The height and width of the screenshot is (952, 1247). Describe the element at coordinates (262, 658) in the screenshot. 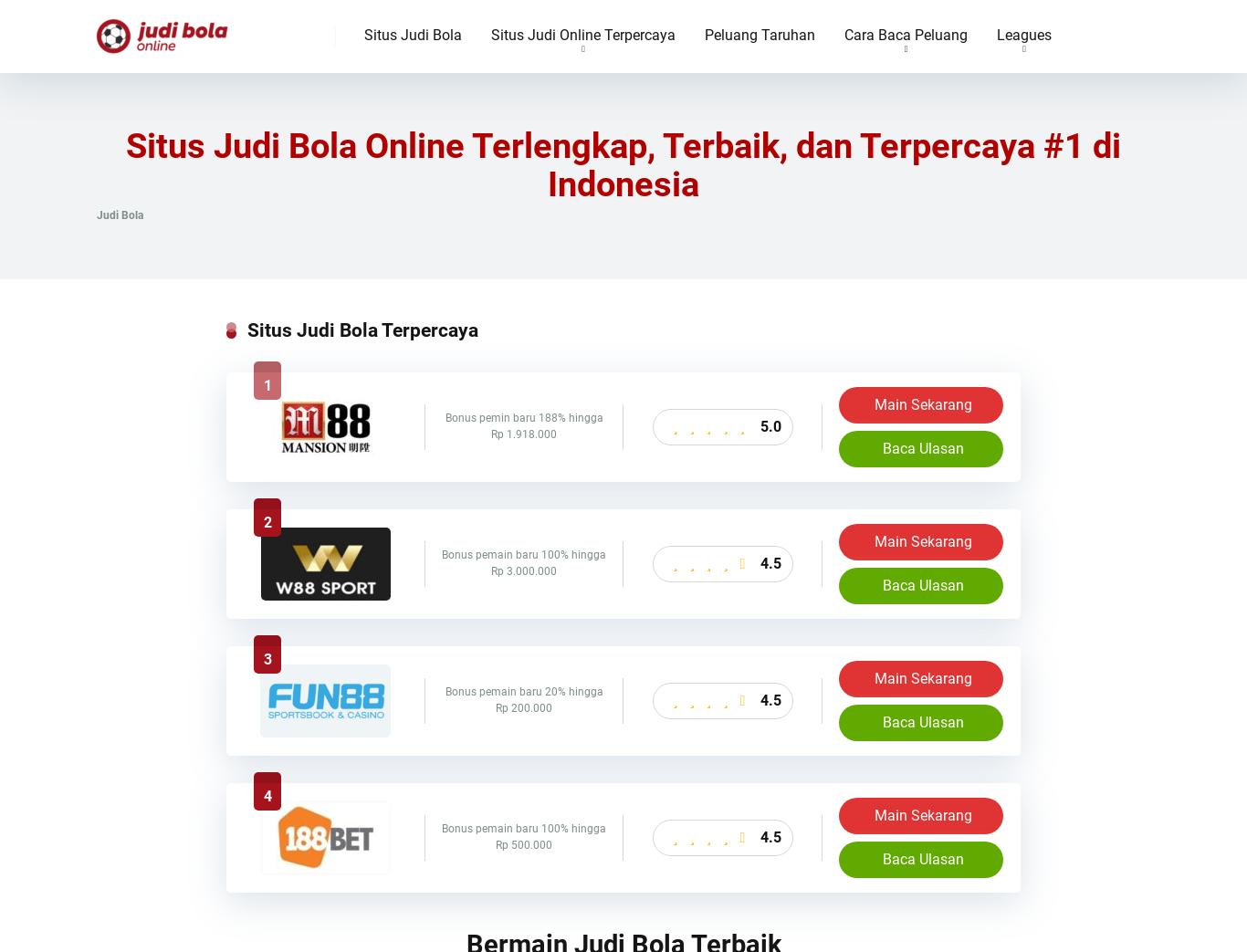

I see `'3'` at that location.